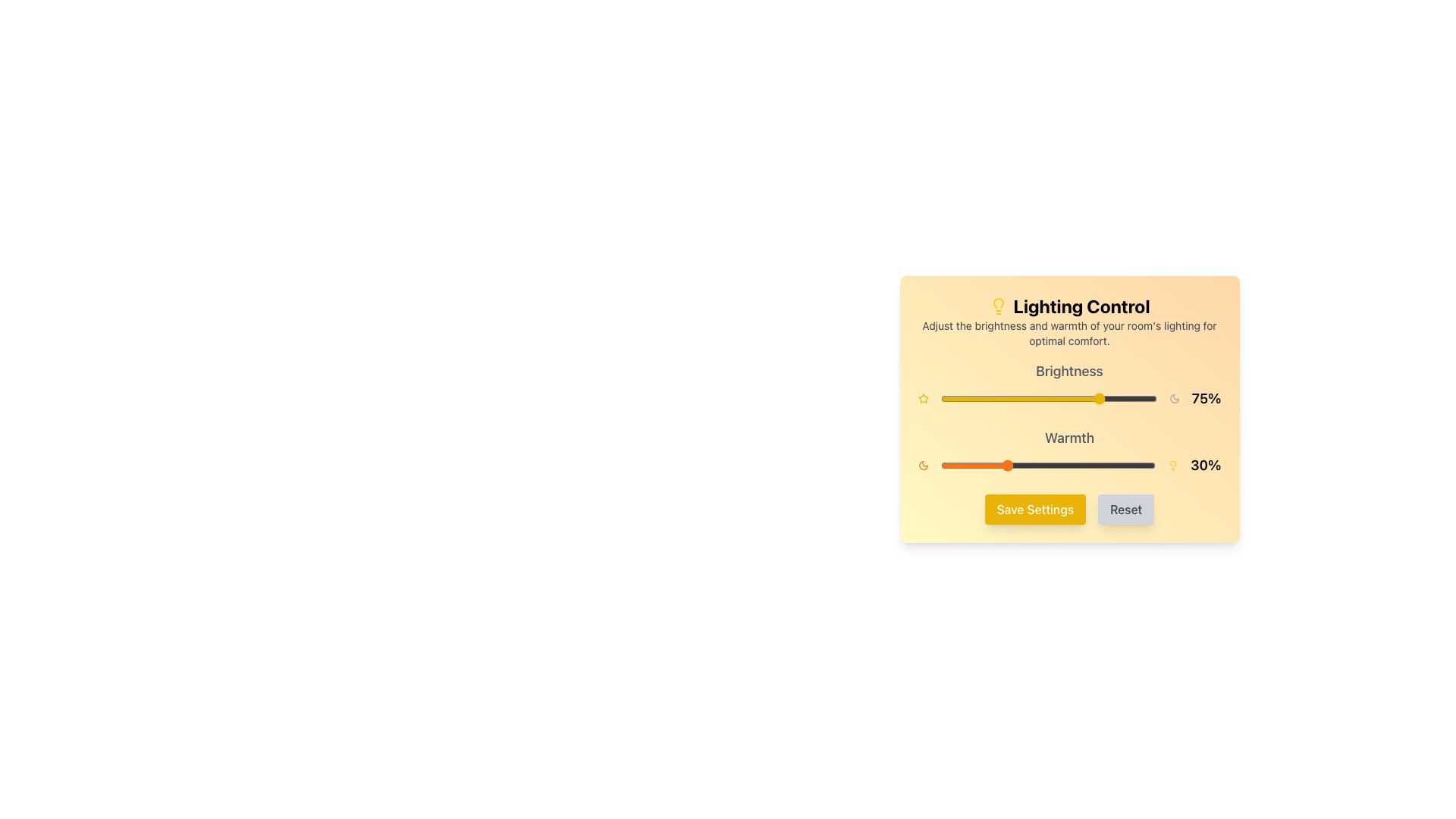 This screenshot has width=1456, height=819. What do you see at coordinates (1007, 464) in the screenshot?
I see `the warmth` at bounding box center [1007, 464].